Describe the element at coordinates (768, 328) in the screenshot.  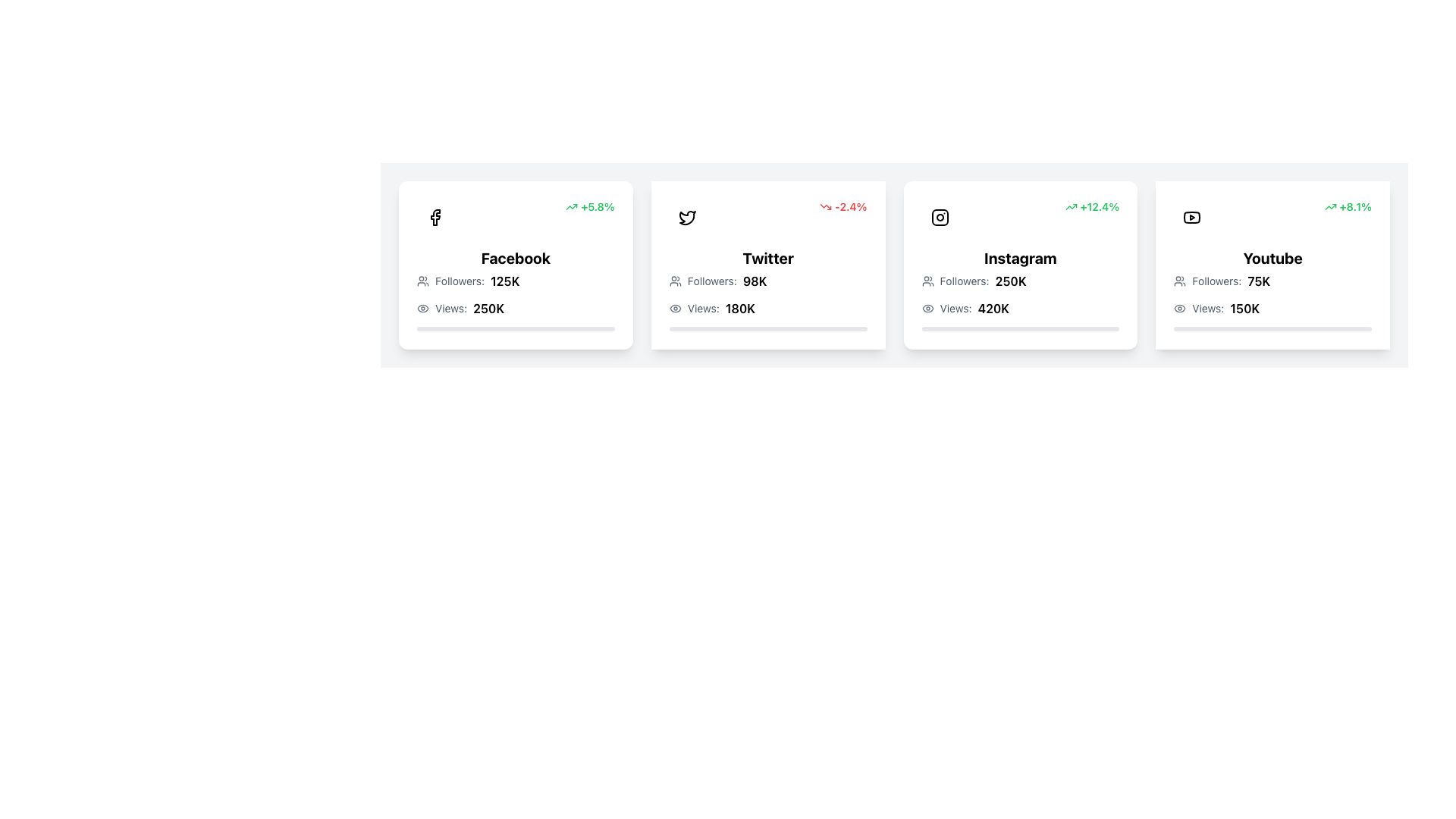
I see `the progress bar located under the 'Views: 180K' text in the second Twitter card, which is a thin, rounded rectangle with a light gray background and a filled sky blue portion indicating progress` at that location.